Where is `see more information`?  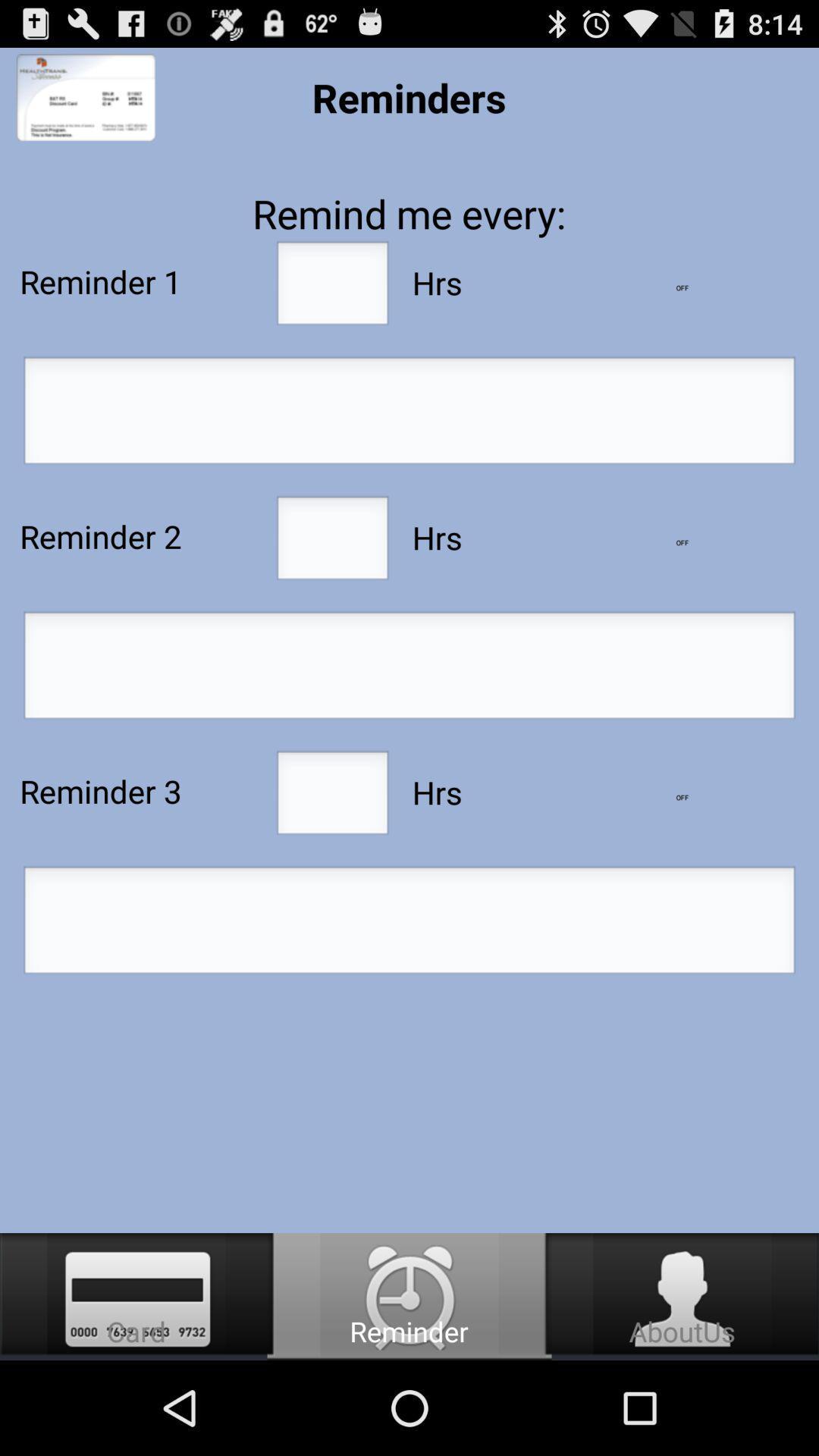
see more information is located at coordinates (681, 796).